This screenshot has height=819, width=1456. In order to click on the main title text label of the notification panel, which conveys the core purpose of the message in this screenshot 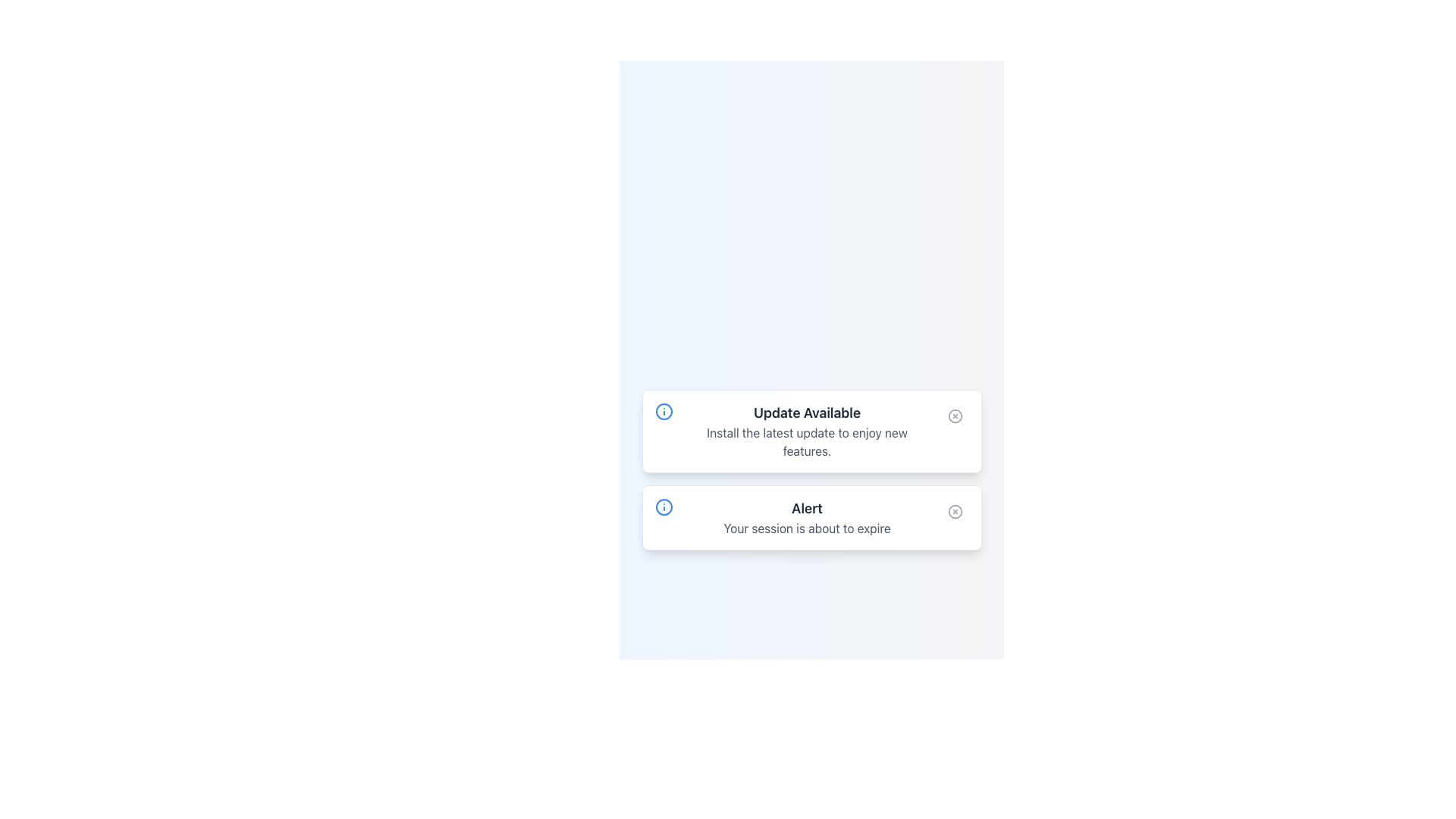, I will do `click(806, 509)`.